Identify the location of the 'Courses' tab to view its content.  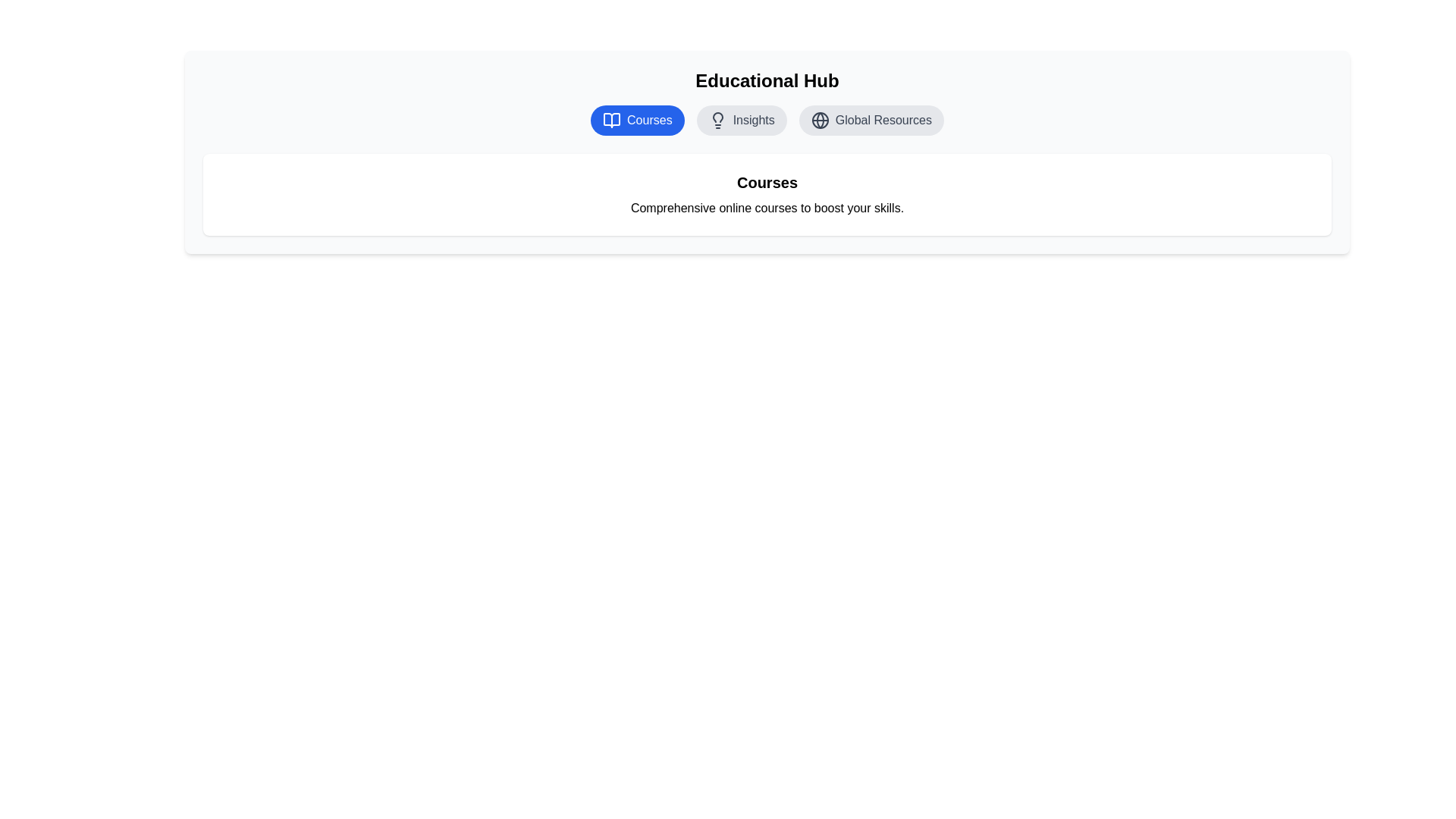
(637, 119).